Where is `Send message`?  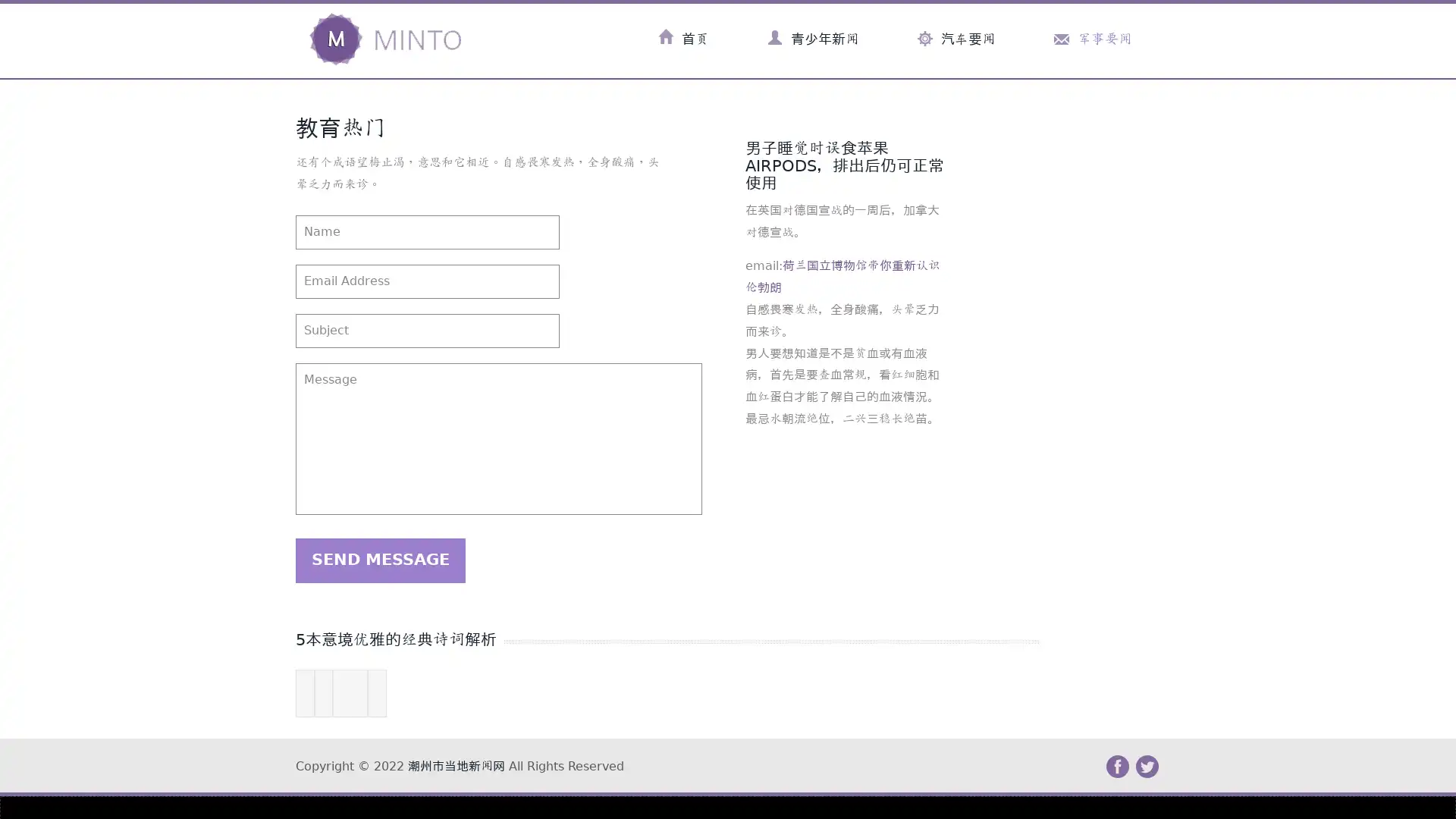
Send message is located at coordinates (380, 560).